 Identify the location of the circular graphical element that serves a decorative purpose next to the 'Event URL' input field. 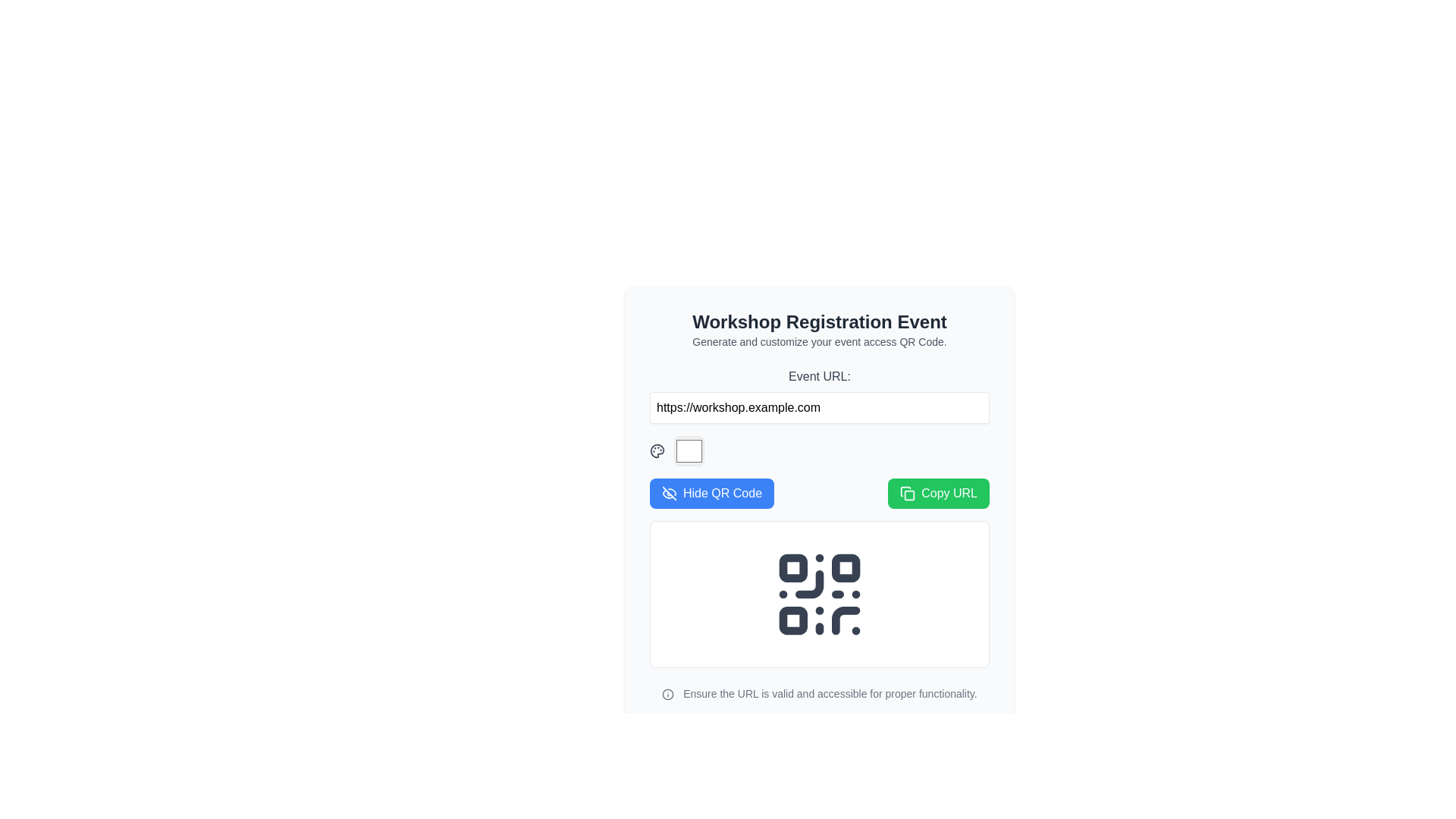
(667, 695).